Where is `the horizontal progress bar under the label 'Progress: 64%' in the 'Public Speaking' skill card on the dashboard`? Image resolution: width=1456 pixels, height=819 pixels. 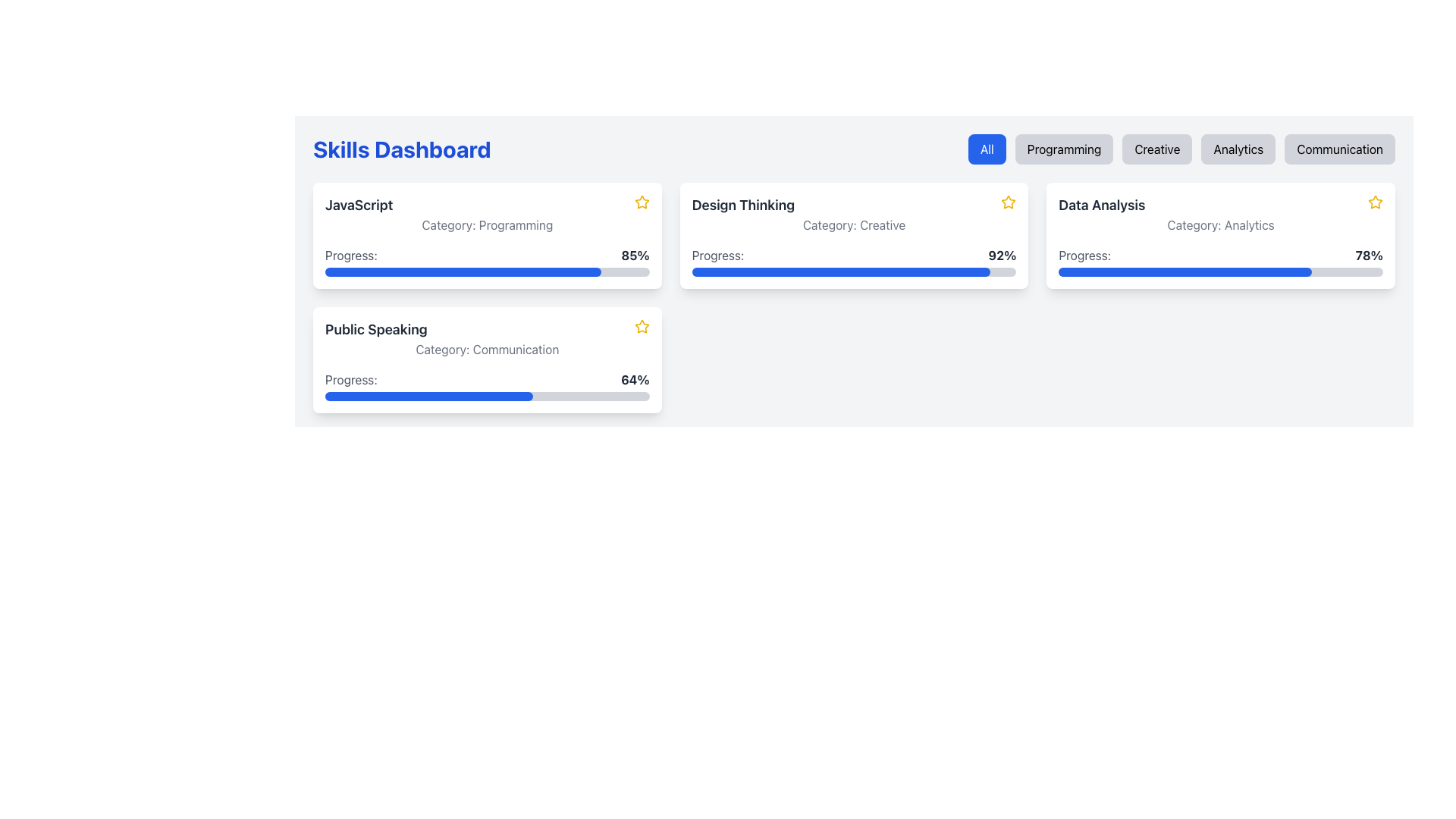 the horizontal progress bar under the label 'Progress: 64%' in the 'Public Speaking' skill card on the dashboard is located at coordinates (487, 396).